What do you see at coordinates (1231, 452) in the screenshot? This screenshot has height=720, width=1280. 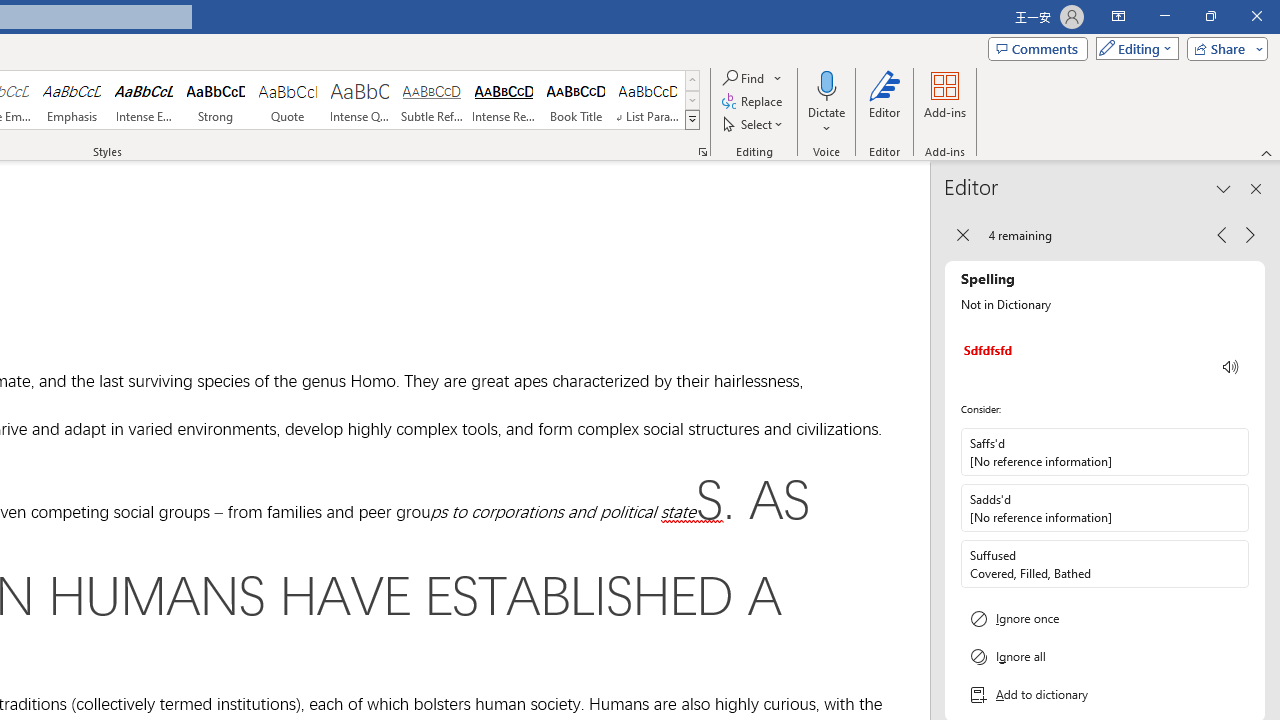 I see `'More options for Saffs'` at bounding box center [1231, 452].